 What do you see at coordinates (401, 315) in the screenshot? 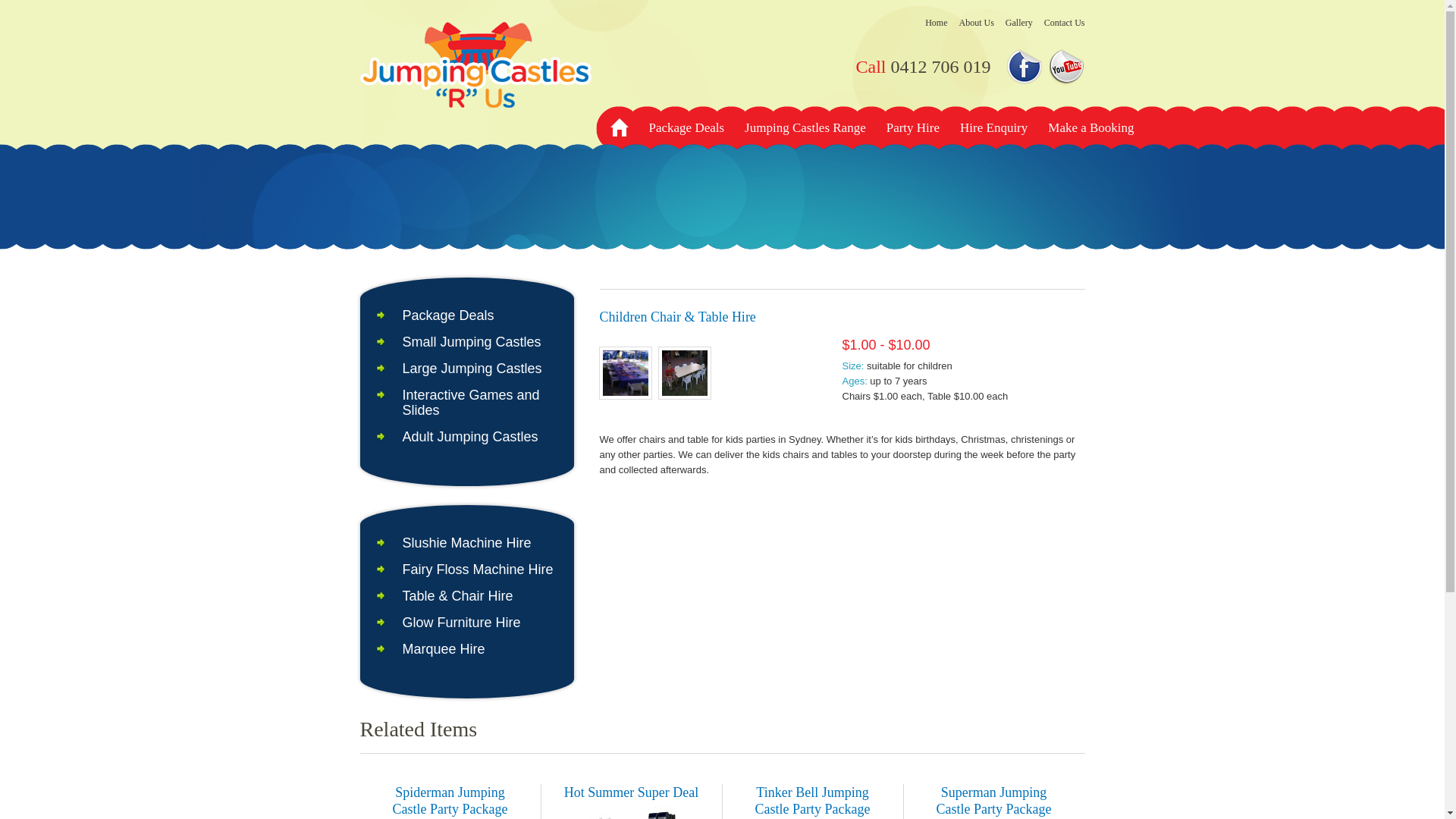
I see `'Package Deals'` at bounding box center [401, 315].